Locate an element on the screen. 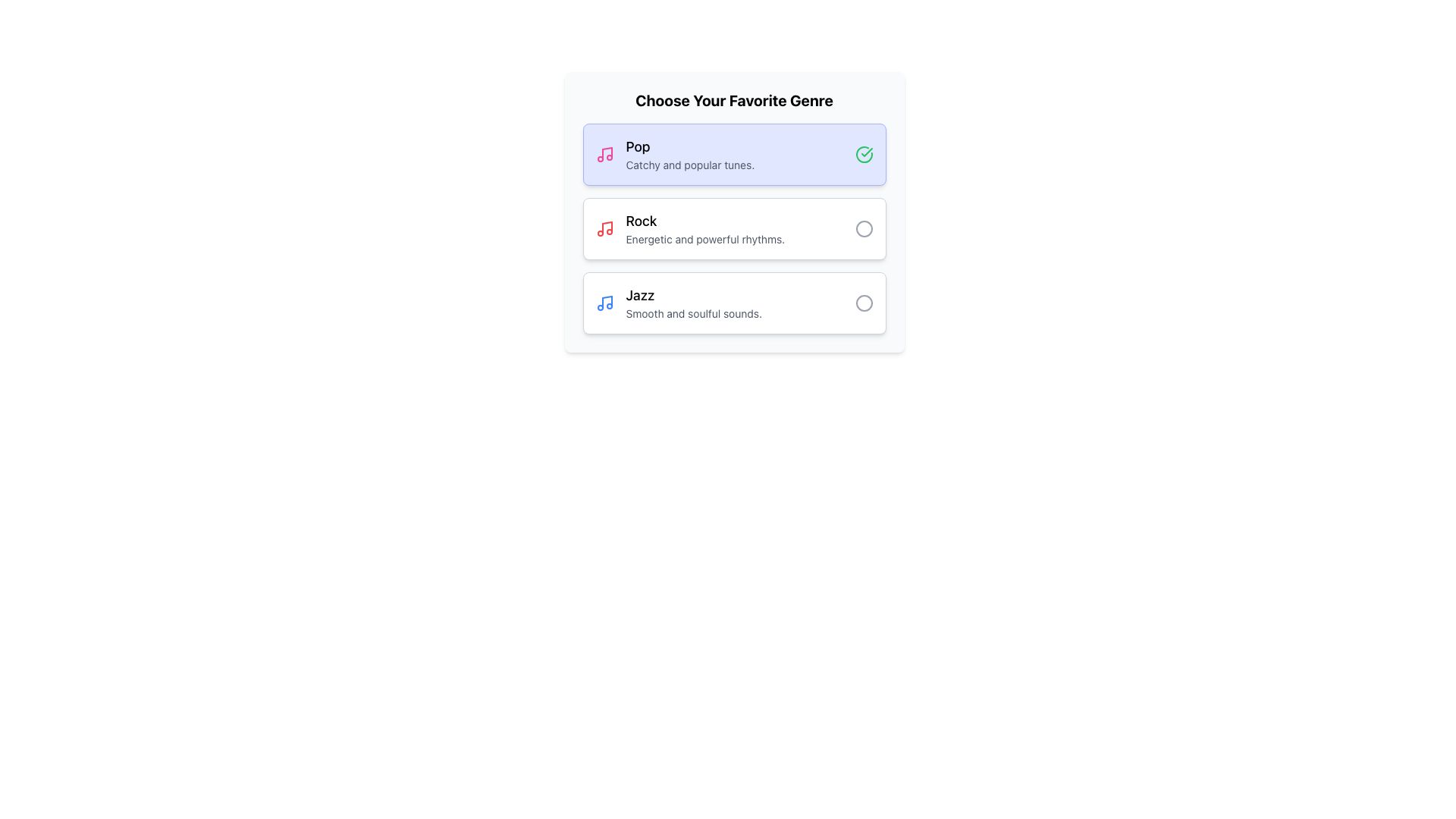 Image resolution: width=1456 pixels, height=819 pixels. the 'Rock' option icon, which is represented by a musical note and is the second option in a group of three, located next to the 'Rock' text is located at coordinates (607, 227).